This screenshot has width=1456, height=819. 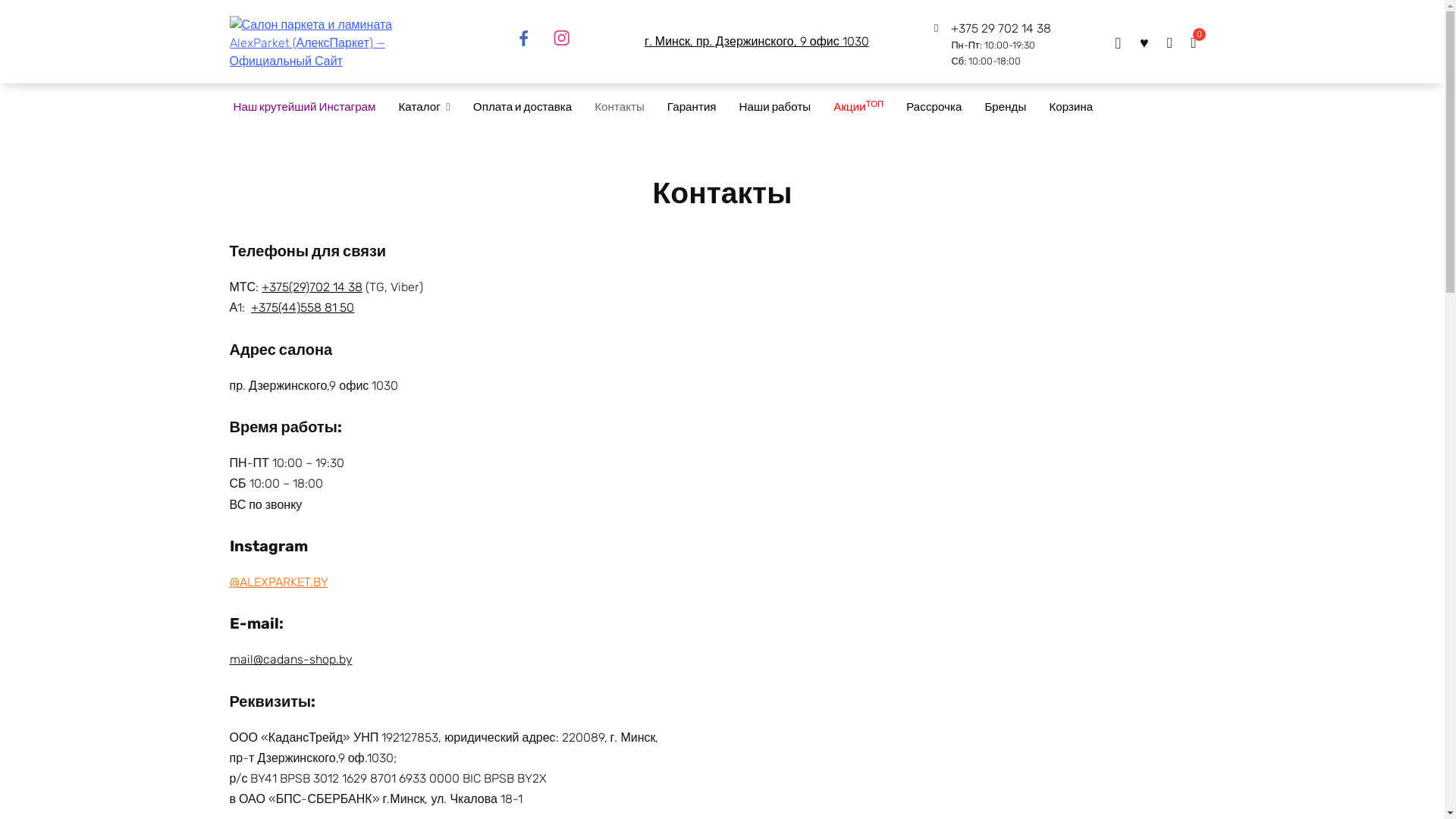 What do you see at coordinates (290, 658) in the screenshot?
I see `'mail@cadans-shop.by'` at bounding box center [290, 658].